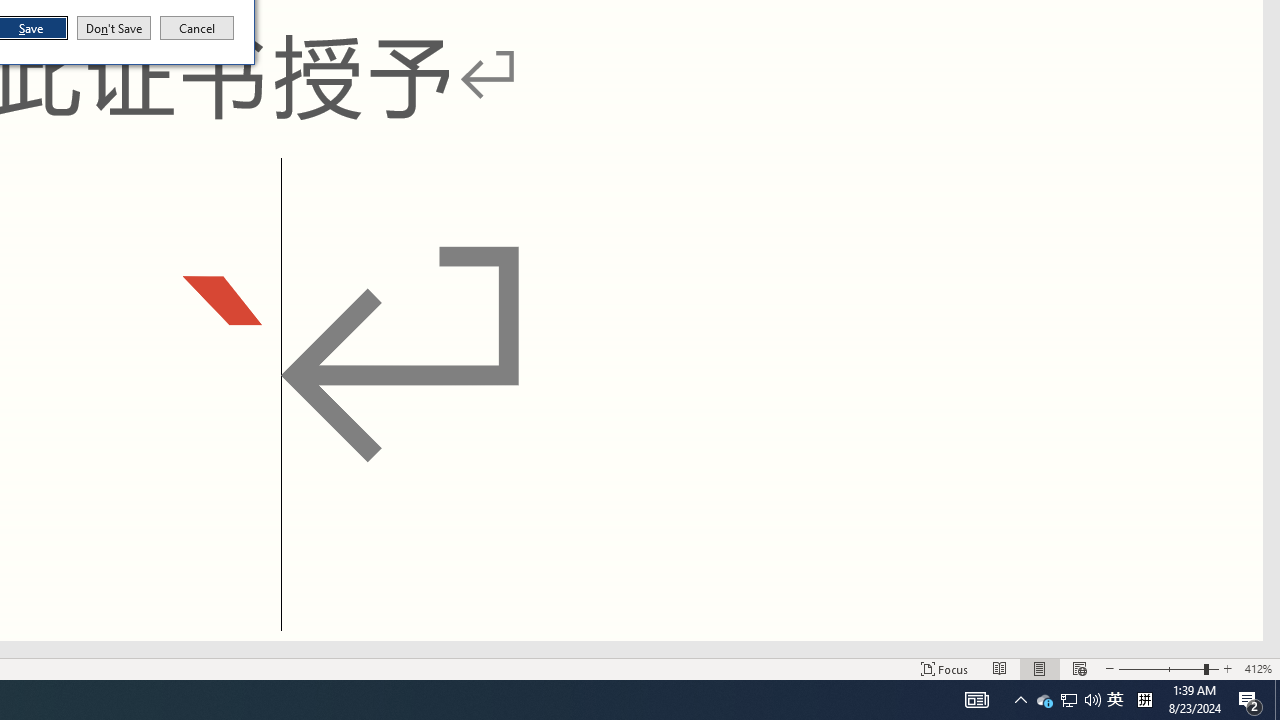  What do you see at coordinates (1257, 669) in the screenshot?
I see `'Zoom 412%'` at bounding box center [1257, 669].